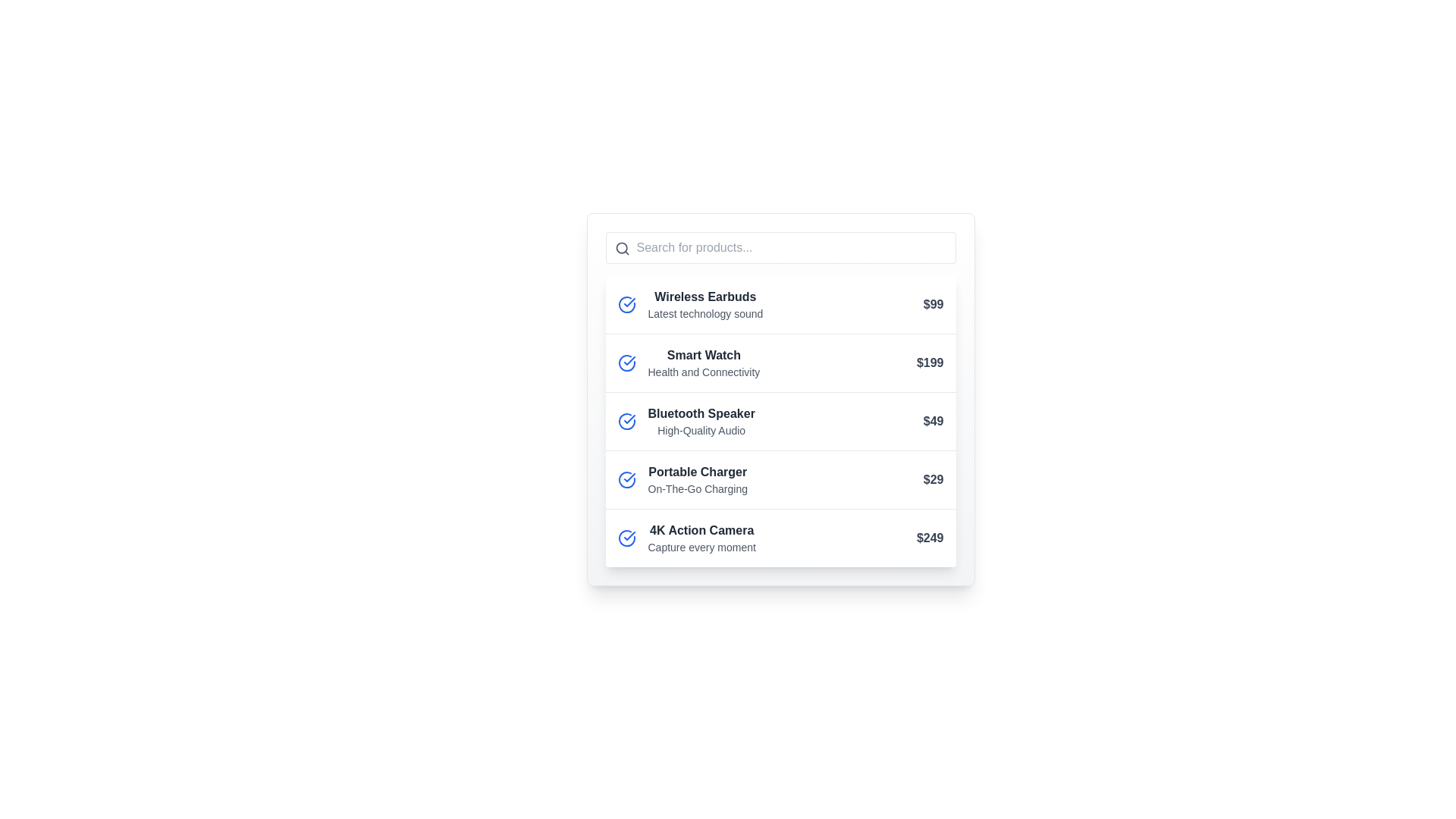 The image size is (1456, 819). I want to click on the price tag displaying '$49' in bold, gray text, located to the right edge of the 'Bluetooth Speaker' product's details, so click(933, 421).